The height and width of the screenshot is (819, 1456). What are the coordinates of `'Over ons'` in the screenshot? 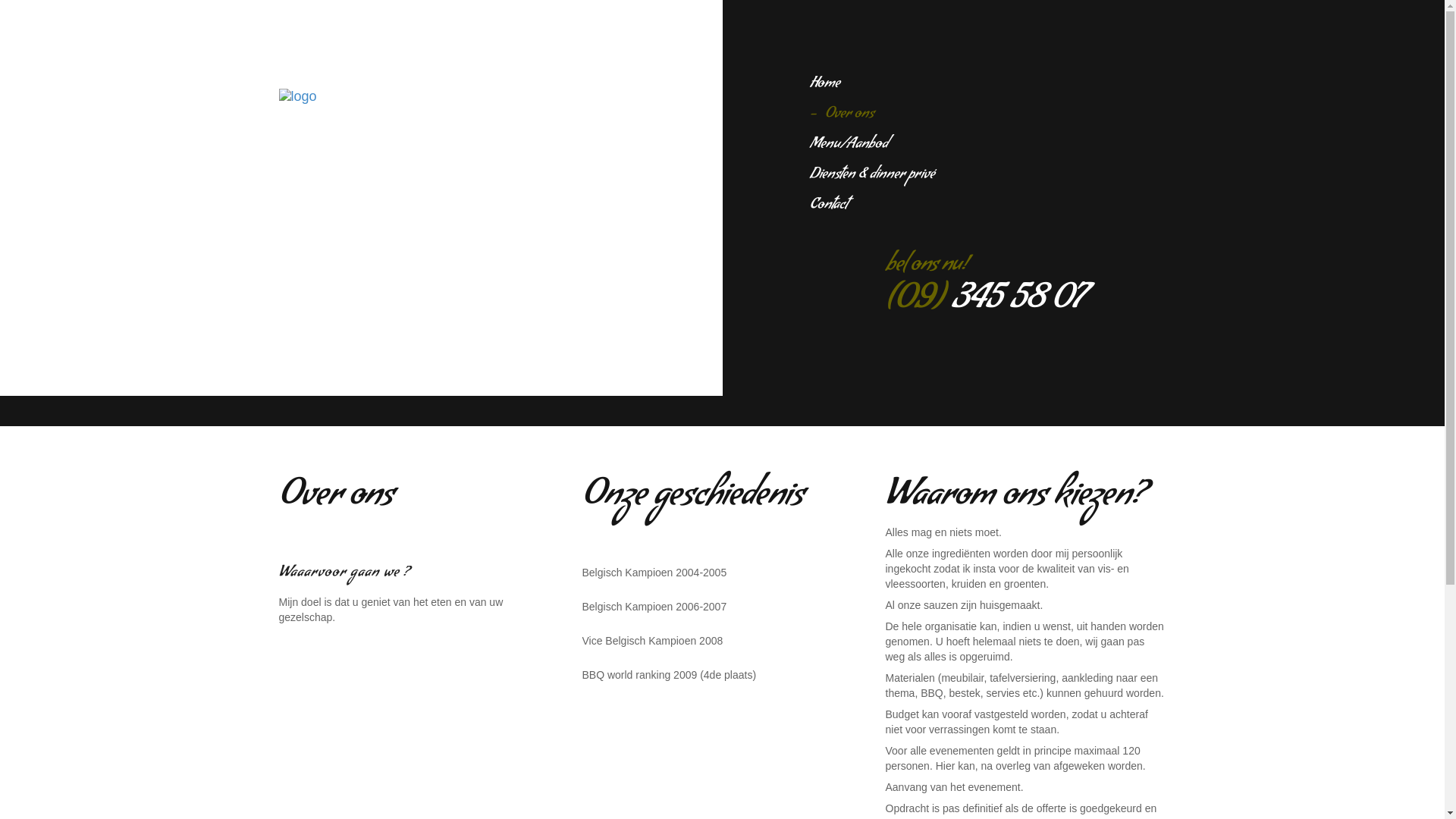 It's located at (809, 114).